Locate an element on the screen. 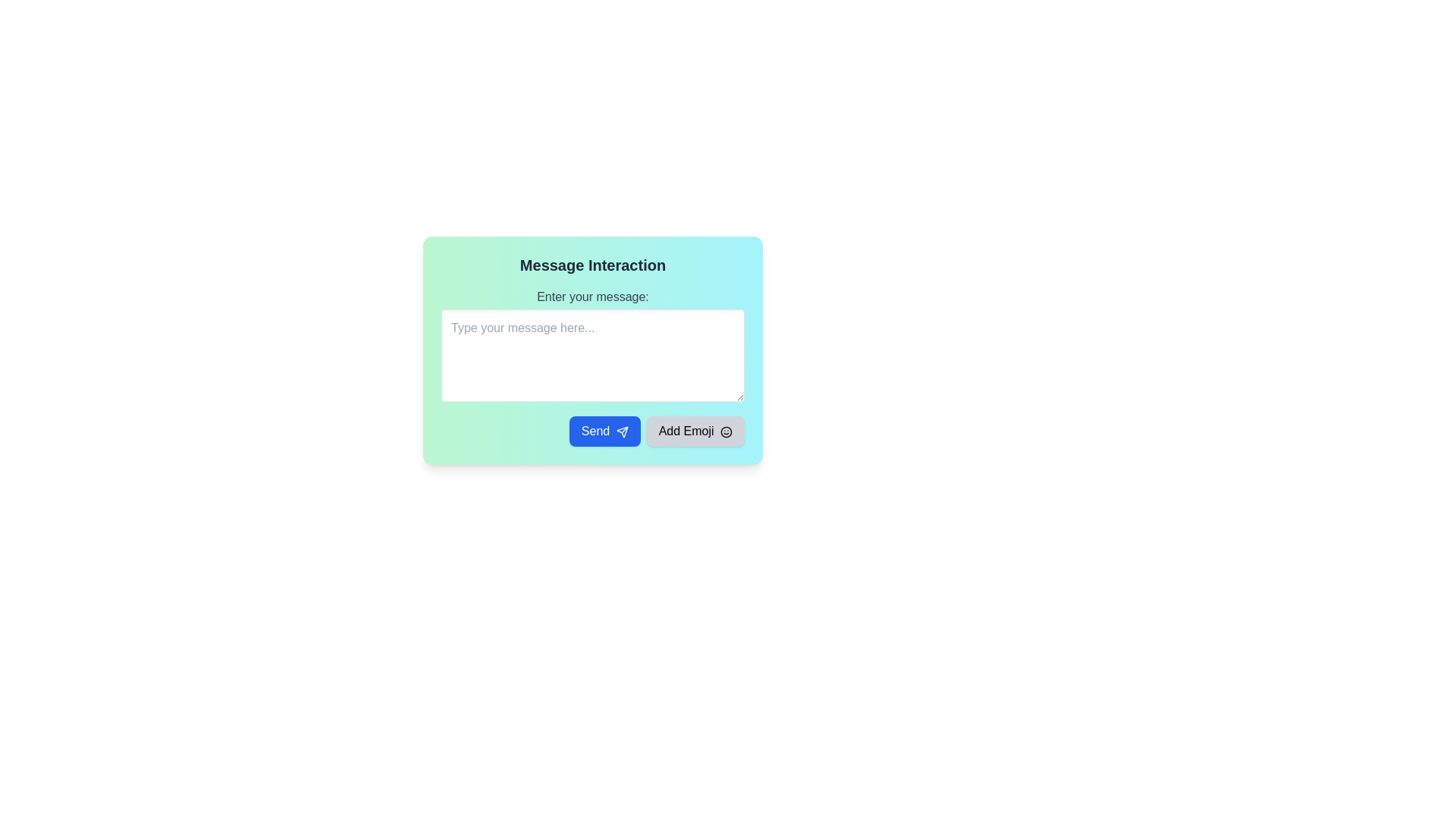 The image size is (1456, 819). the smiley face icon located within the 'Add Emoji' button is located at coordinates (726, 431).